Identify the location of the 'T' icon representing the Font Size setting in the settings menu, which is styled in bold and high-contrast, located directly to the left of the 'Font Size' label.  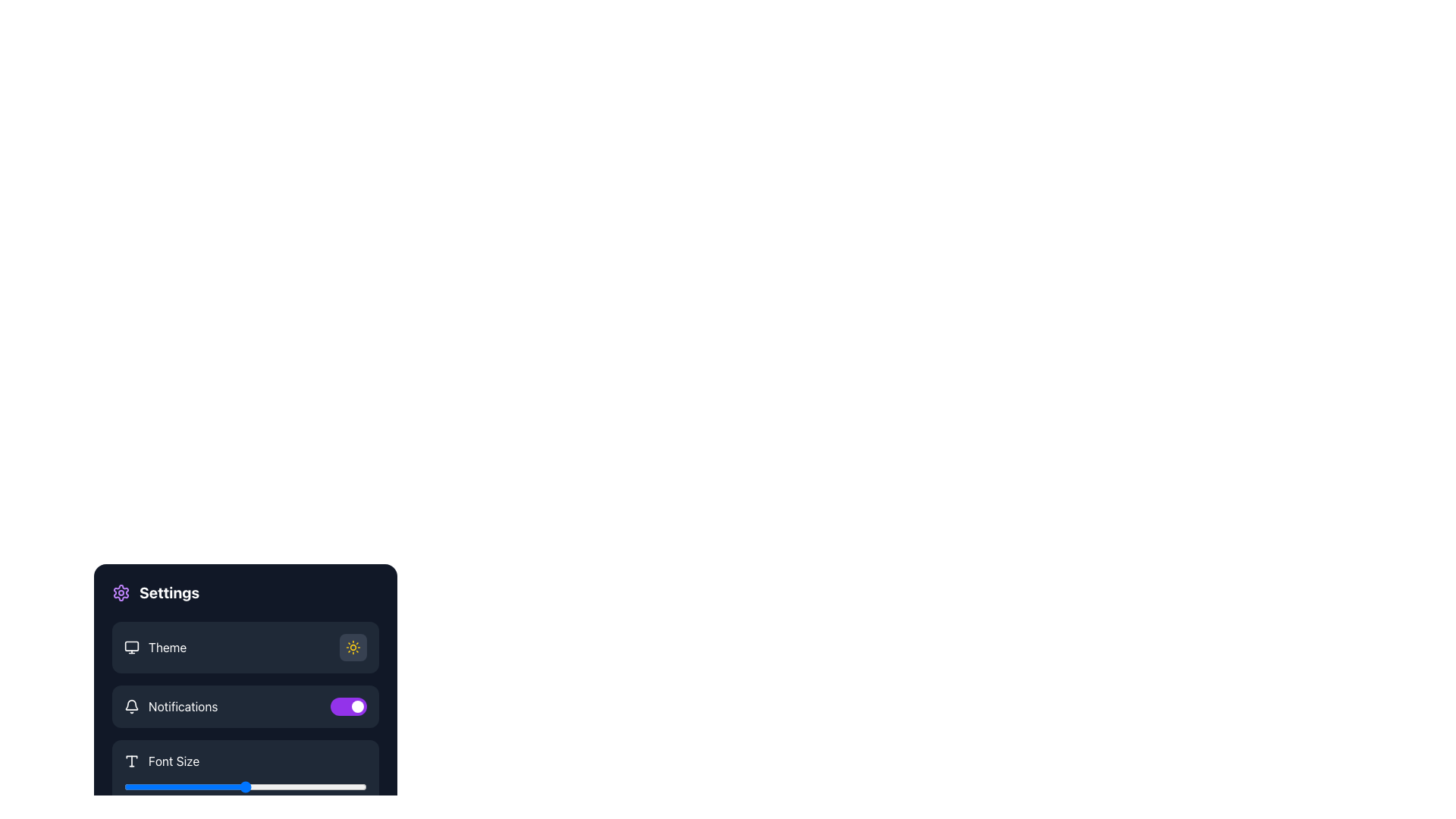
(131, 761).